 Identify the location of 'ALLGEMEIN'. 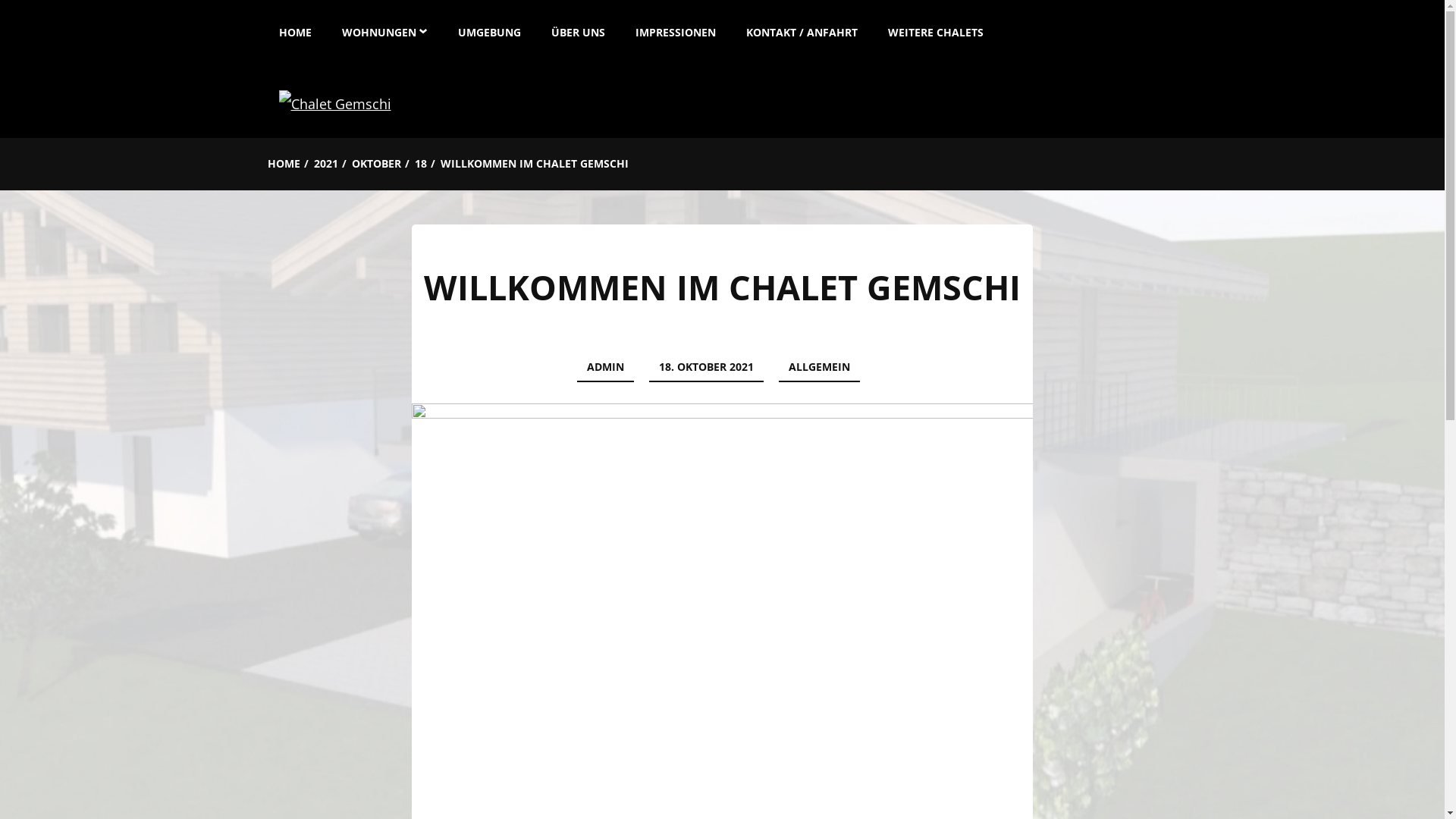
(779, 368).